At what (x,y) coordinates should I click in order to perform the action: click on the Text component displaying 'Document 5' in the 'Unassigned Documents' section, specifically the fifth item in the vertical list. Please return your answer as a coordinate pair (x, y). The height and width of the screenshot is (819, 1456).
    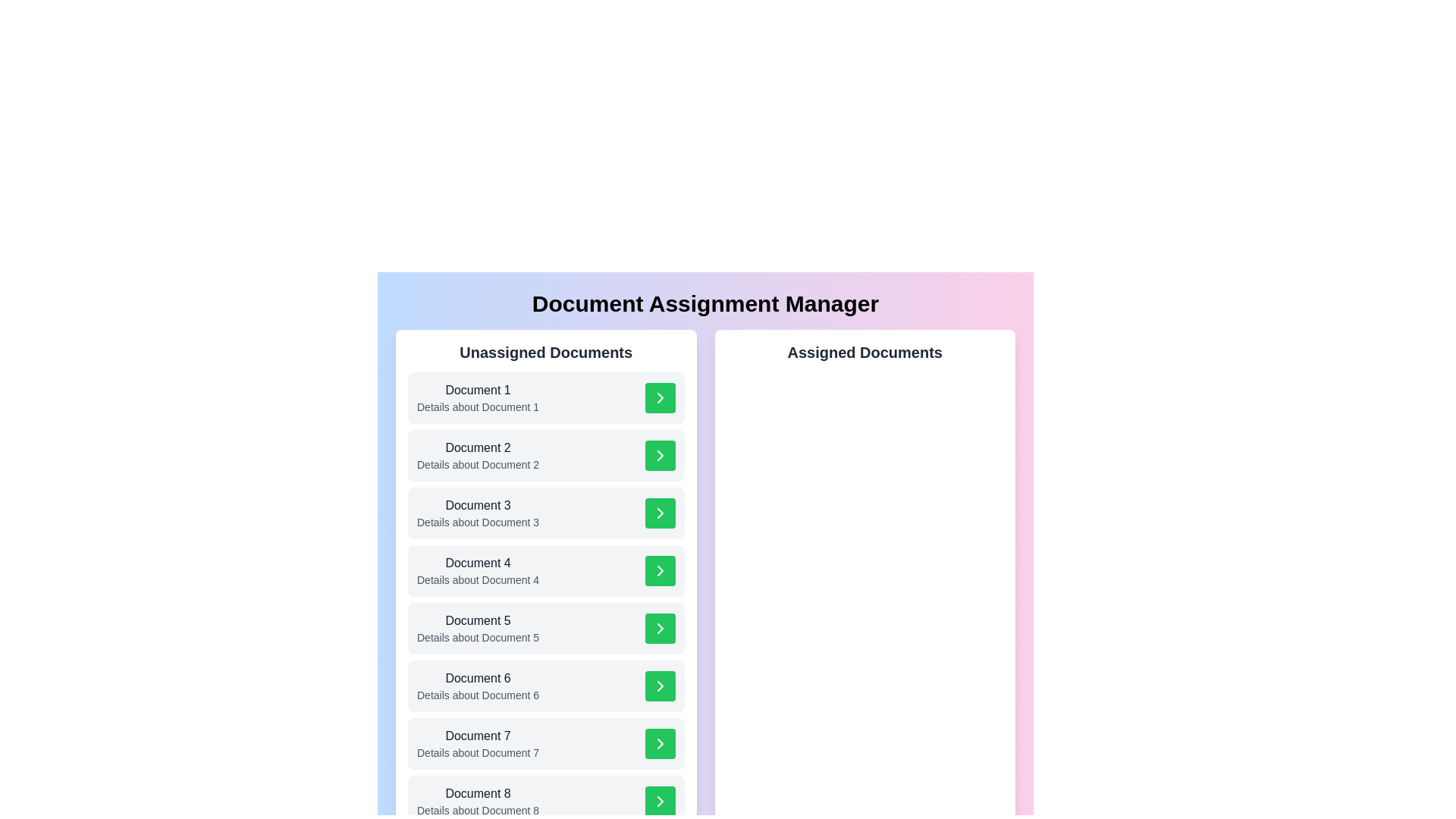
    Looking at the image, I should click on (477, 629).